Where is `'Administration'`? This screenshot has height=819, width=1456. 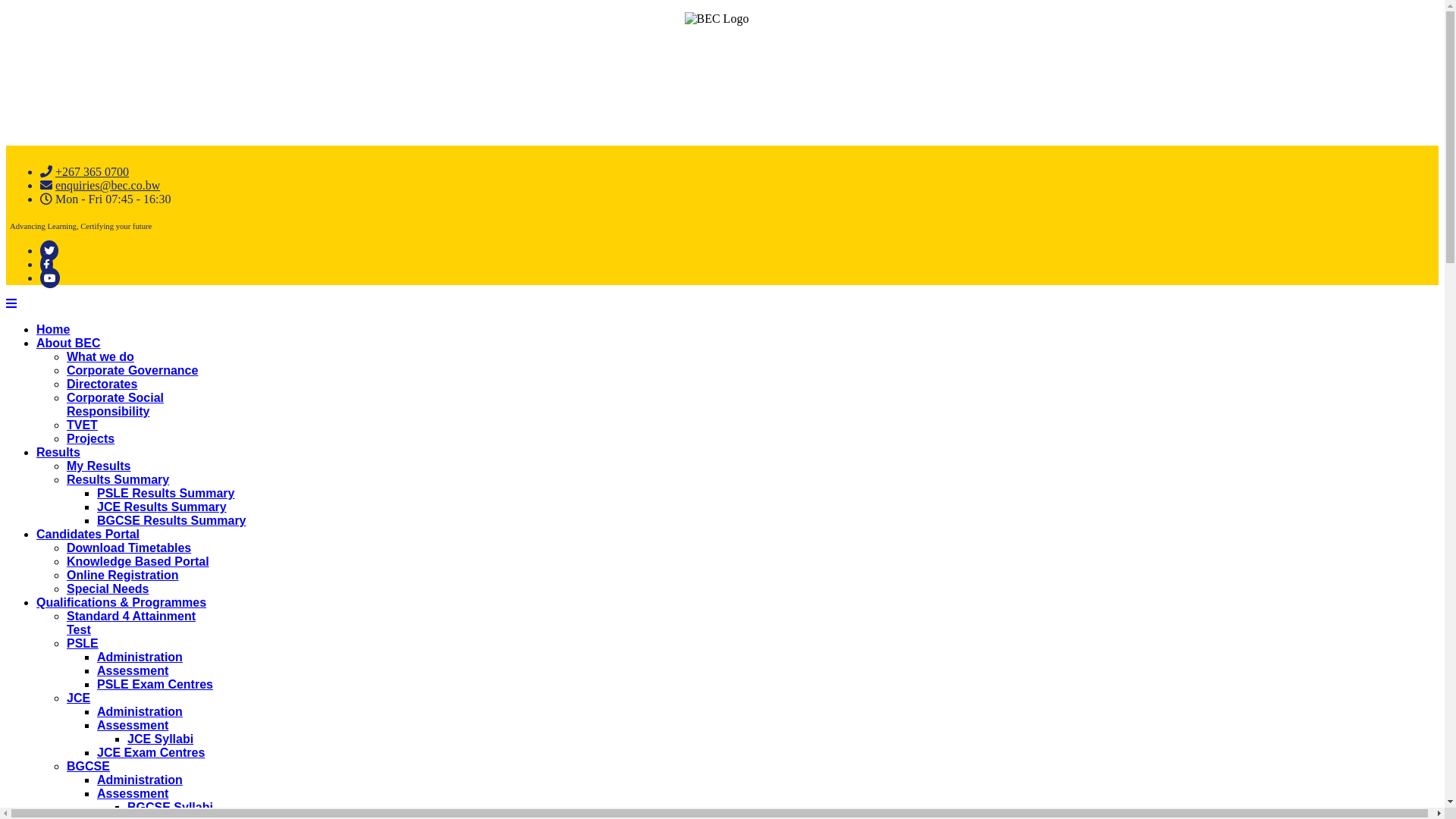 'Administration' is located at coordinates (140, 711).